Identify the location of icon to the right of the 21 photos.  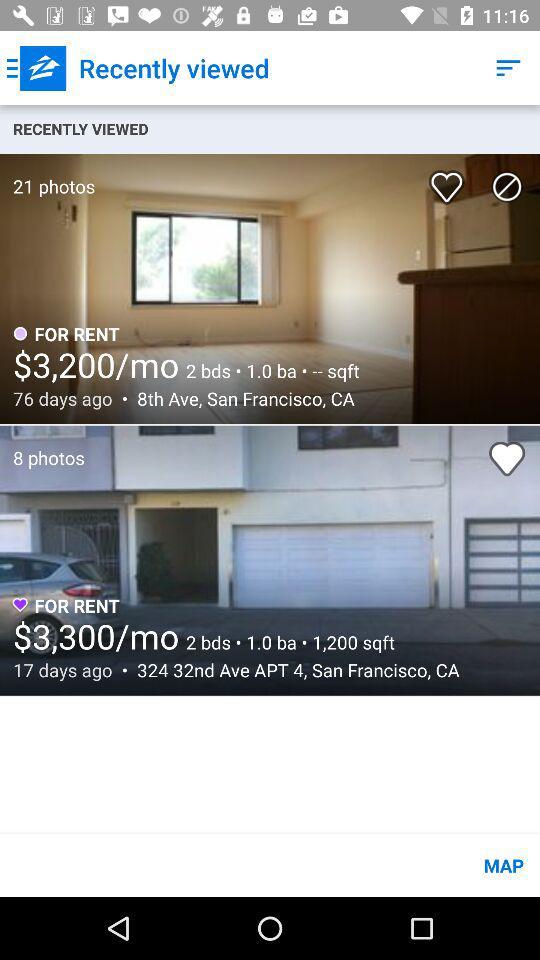
(450, 179).